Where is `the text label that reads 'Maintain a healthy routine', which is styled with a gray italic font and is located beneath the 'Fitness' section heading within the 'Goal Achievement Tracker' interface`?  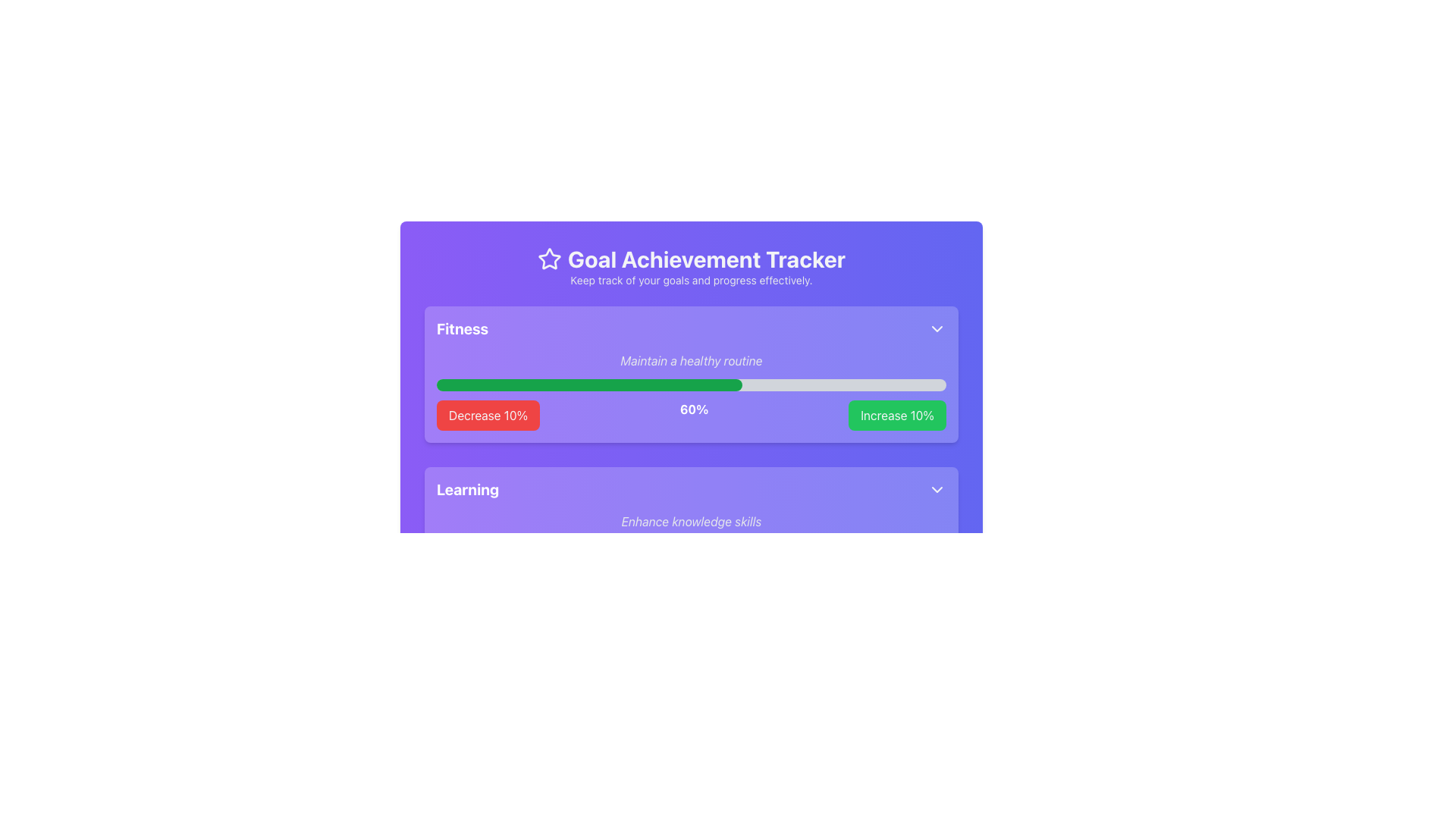 the text label that reads 'Maintain a healthy routine', which is styled with a gray italic font and is located beneath the 'Fitness' section heading within the 'Goal Achievement Tracker' interface is located at coordinates (691, 360).